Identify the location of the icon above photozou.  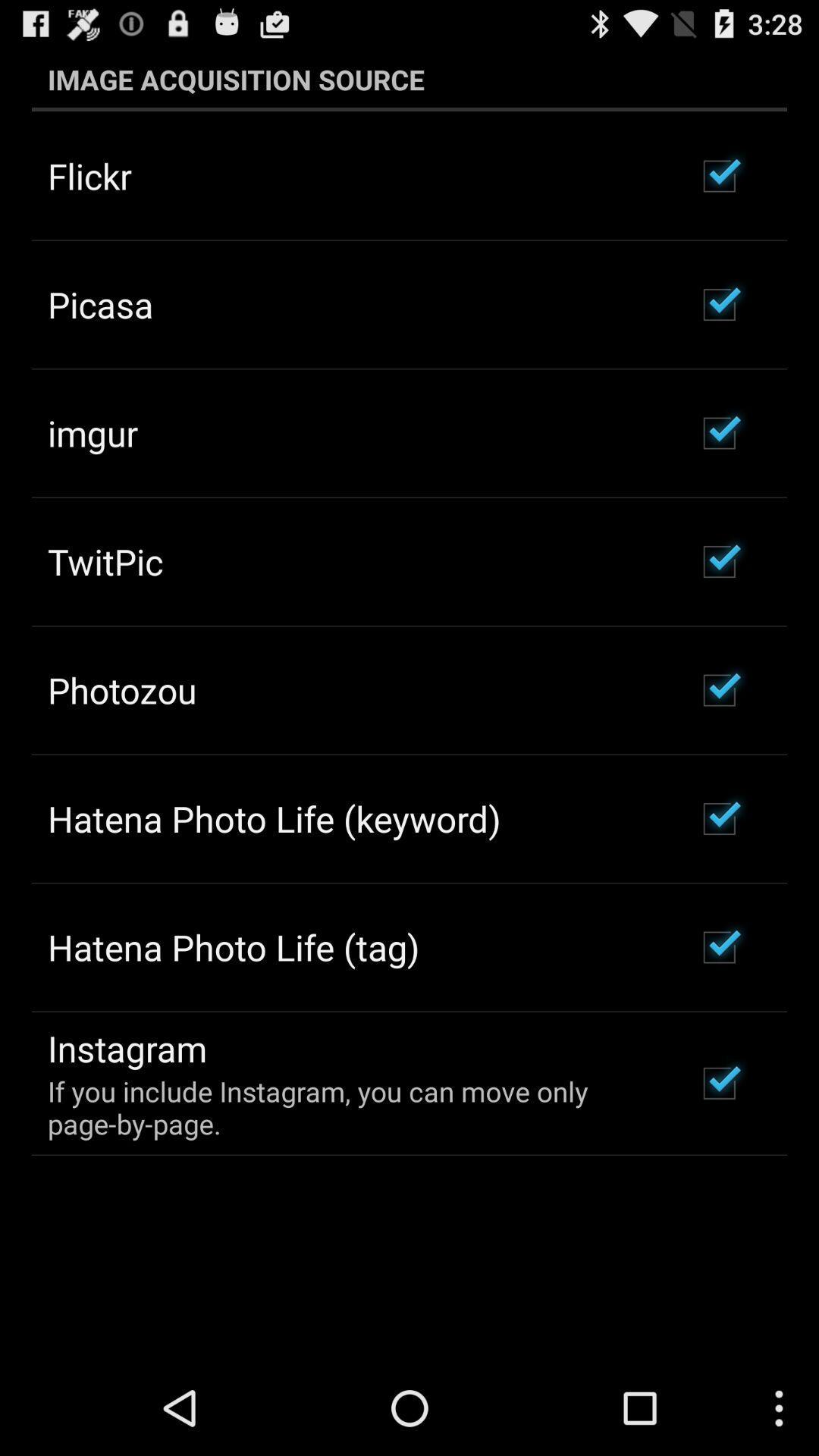
(105, 560).